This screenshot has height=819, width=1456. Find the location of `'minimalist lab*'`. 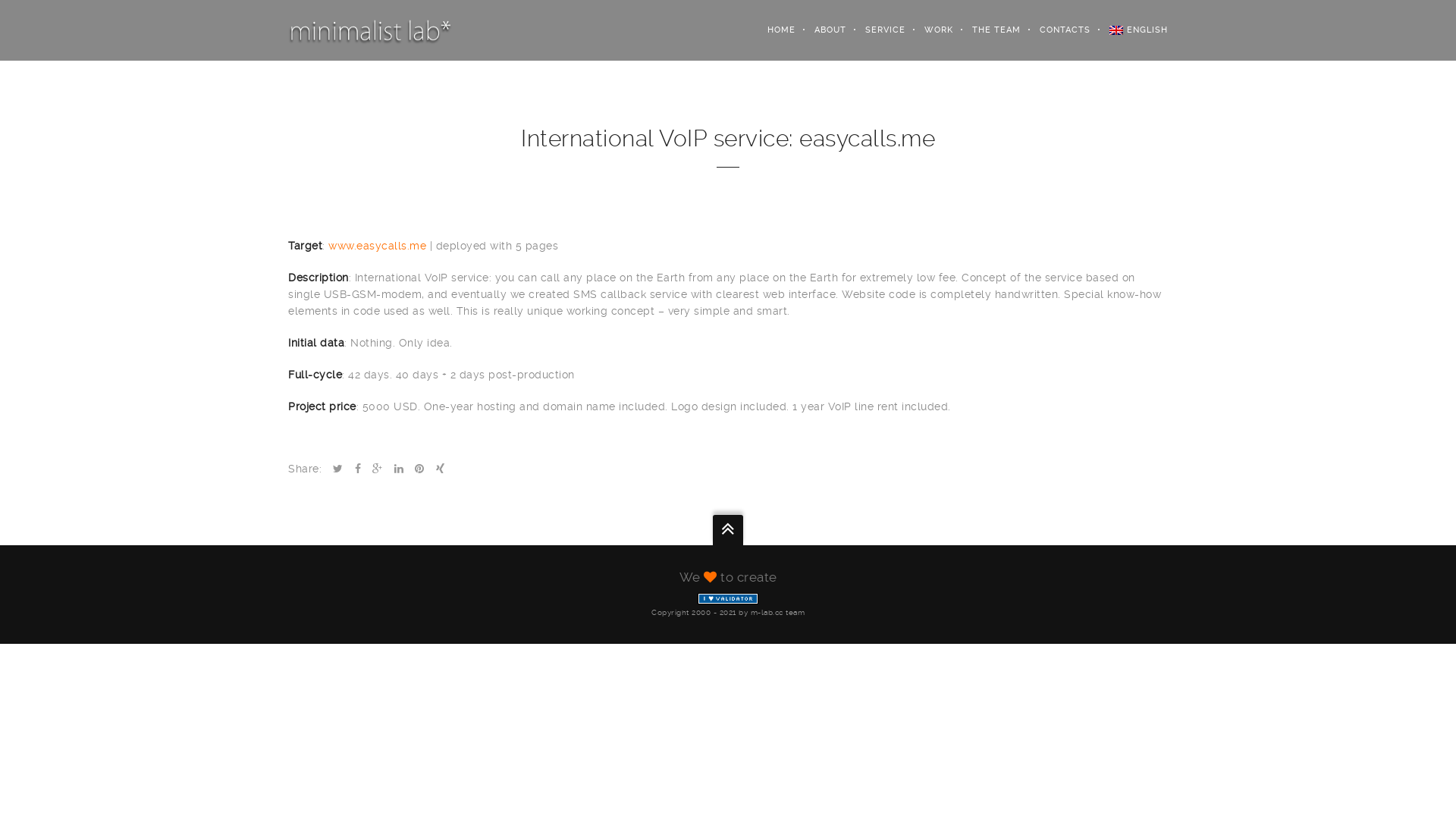

'minimalist lab*' is located at coordinates (287, 30).